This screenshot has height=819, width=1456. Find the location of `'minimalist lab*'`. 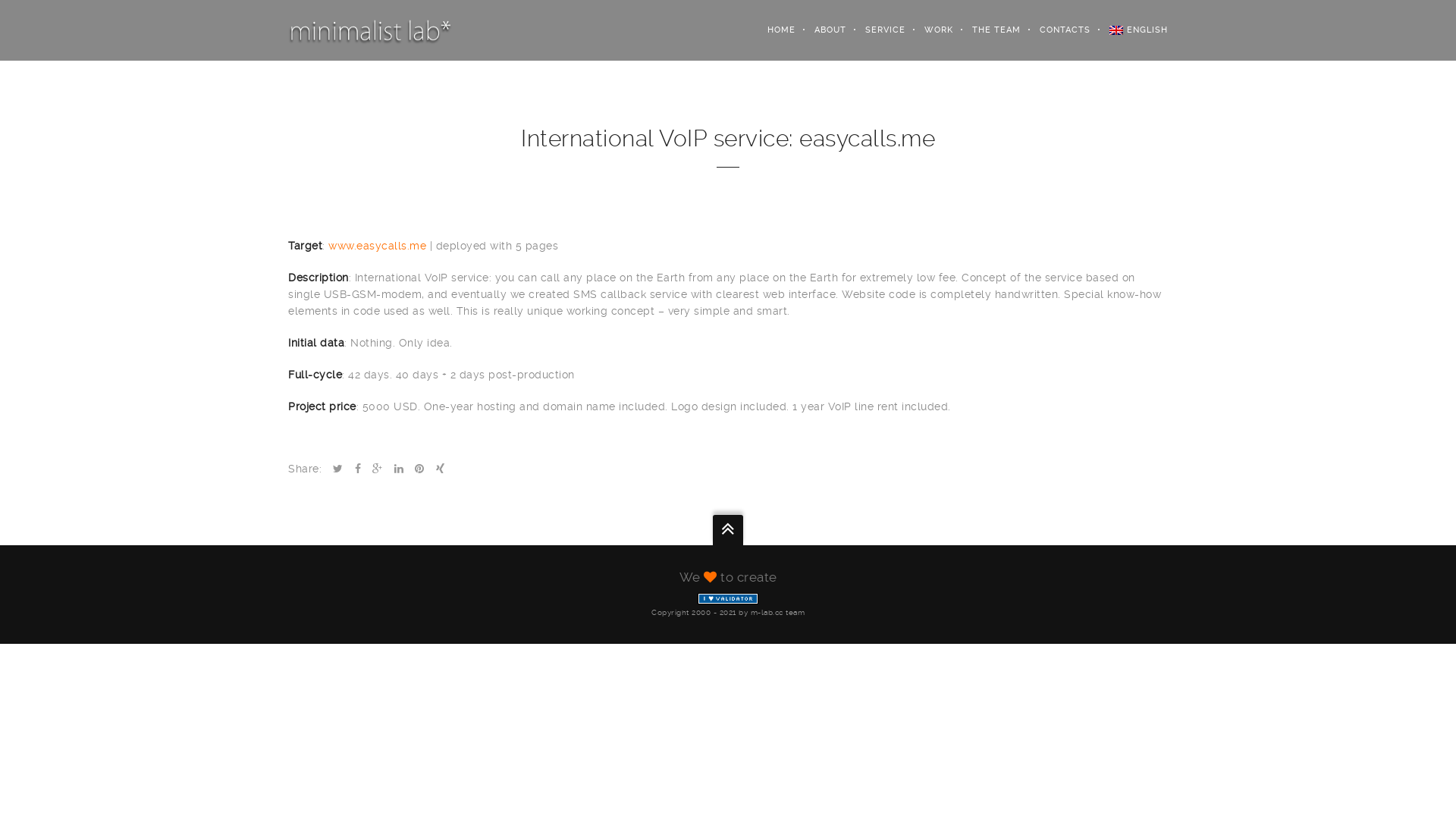

'minimalist lab*' is located at coordinates (287, 30).